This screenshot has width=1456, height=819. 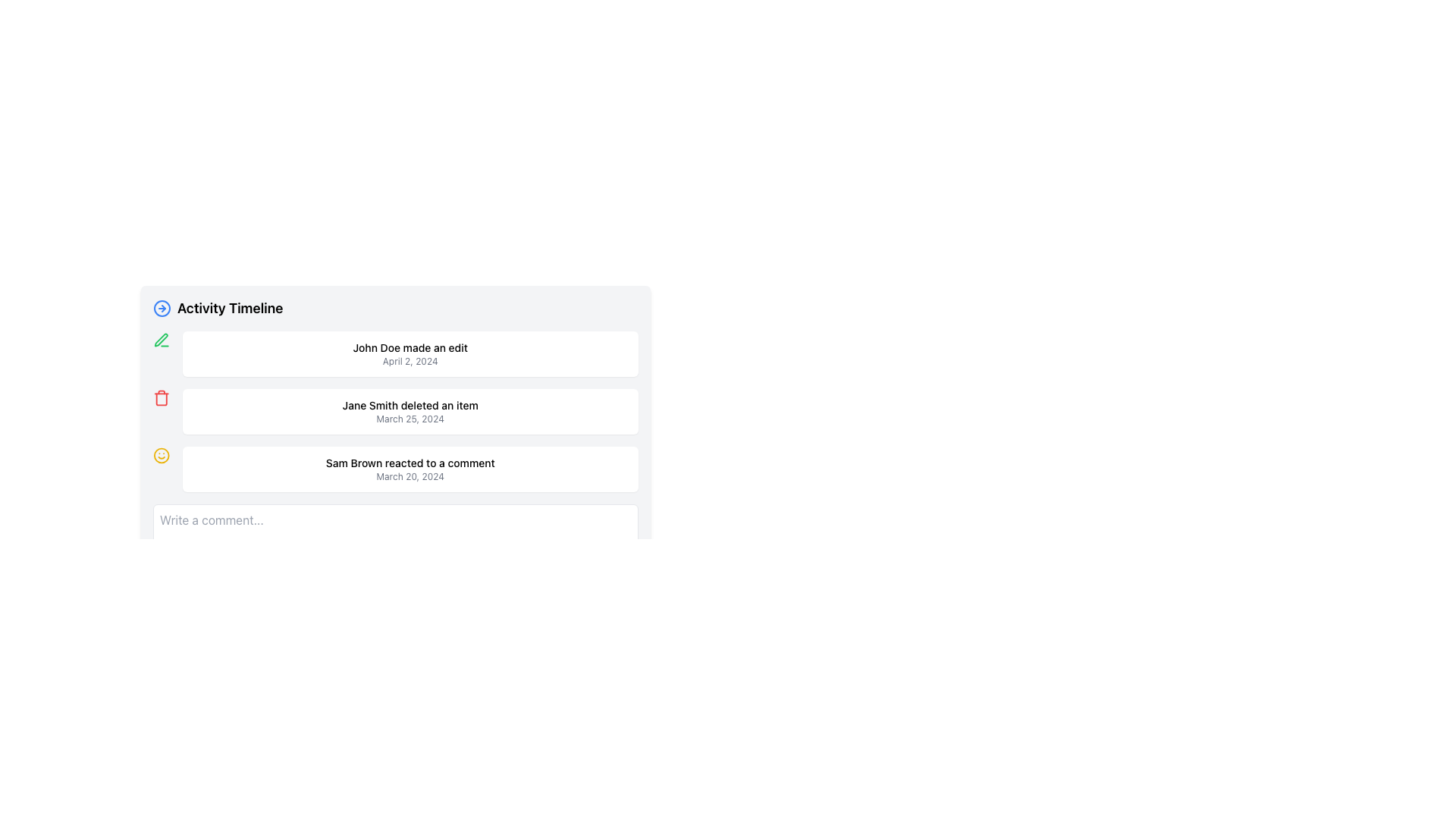 I want to click on the text block displaying 'March 25, 2024', which is positioned beneath 'Jane Smith deleted an item' in a white, rounded rectangle, so click(x=410, y=419).